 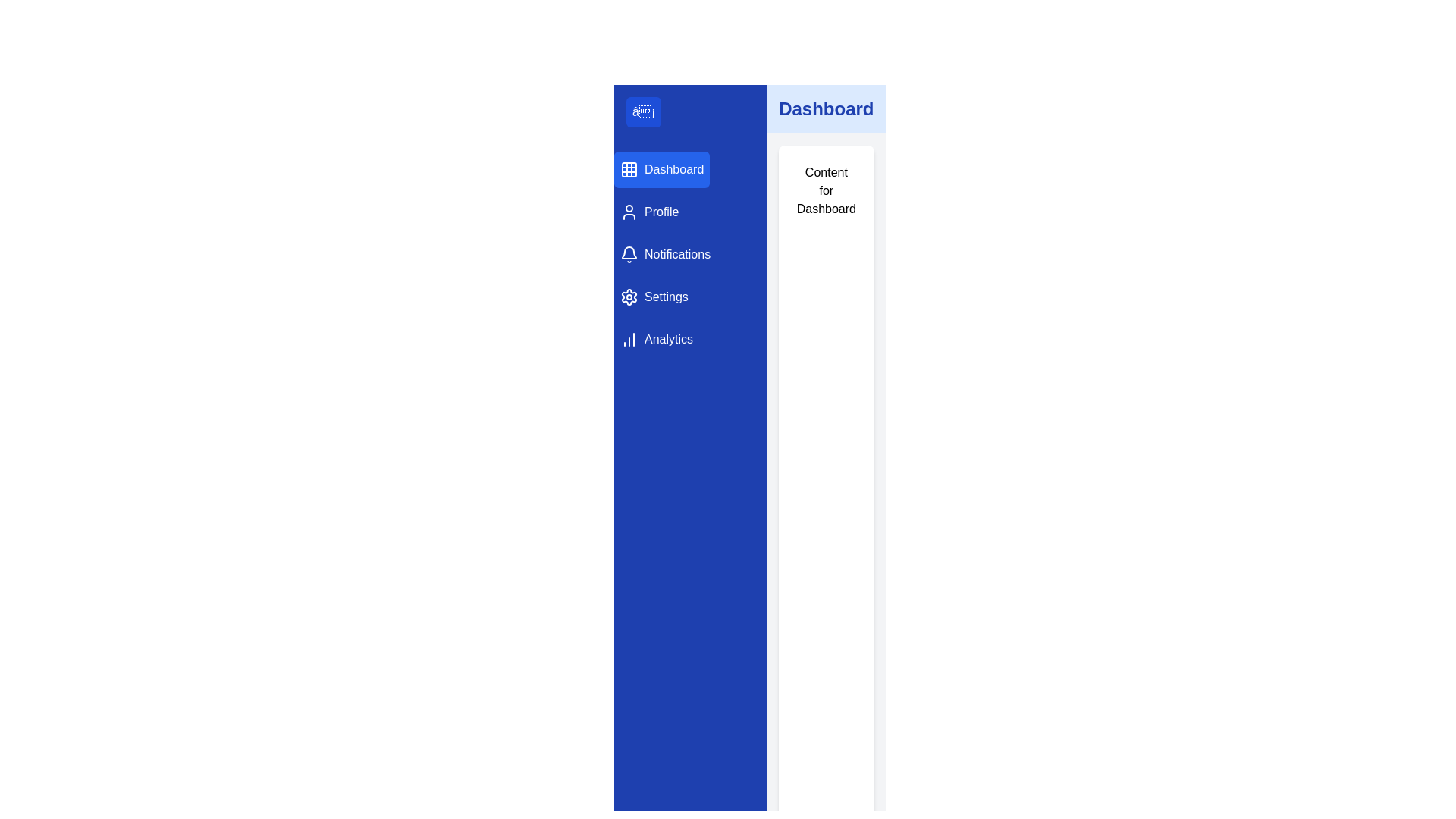 I want to click on the 'Profile' button in the vertical navigation menu, so click(x=649, y=212).